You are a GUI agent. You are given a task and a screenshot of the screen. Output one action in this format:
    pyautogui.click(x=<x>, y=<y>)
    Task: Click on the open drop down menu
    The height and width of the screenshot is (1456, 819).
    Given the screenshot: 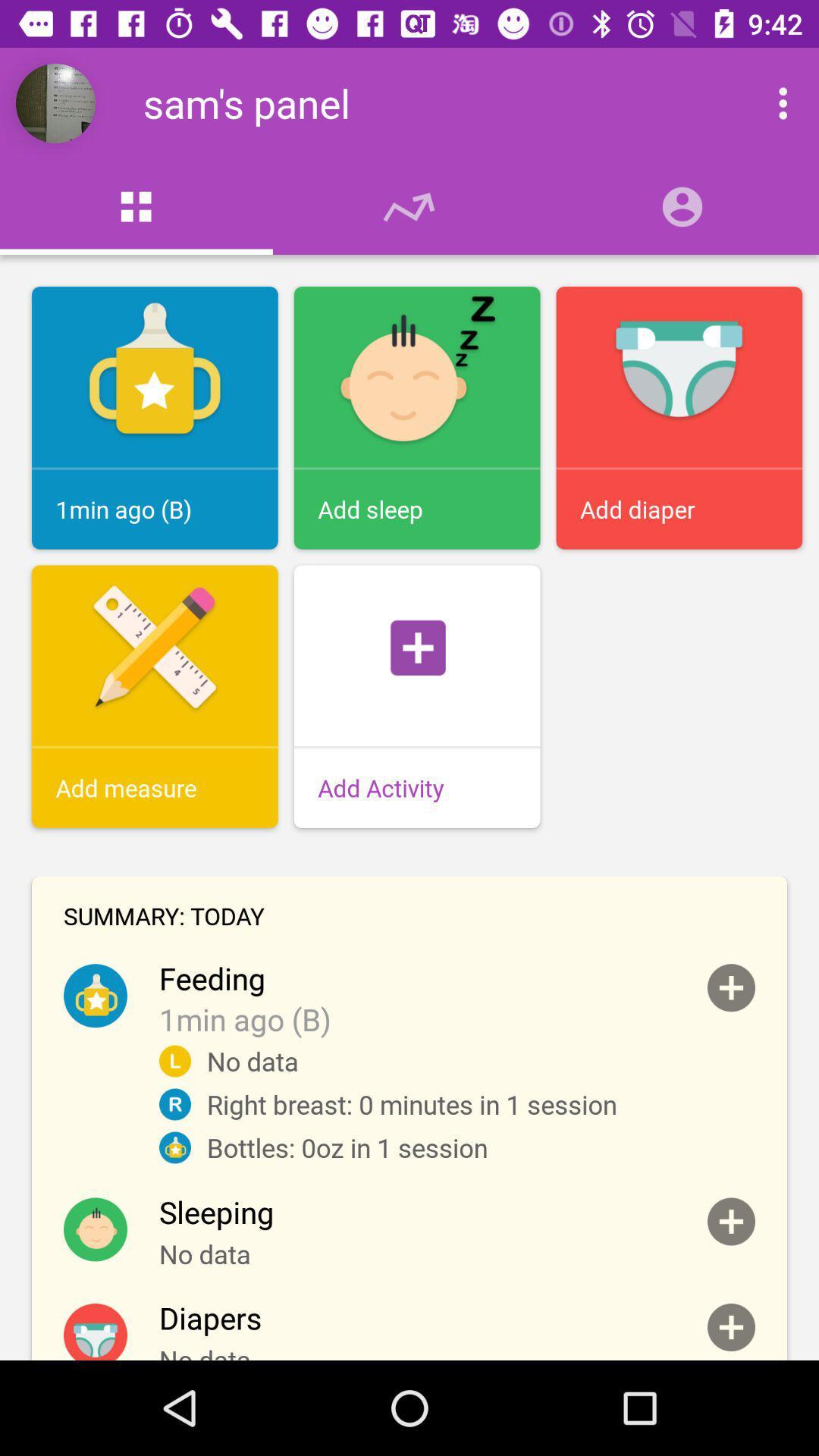 What is the action you would take?
    pyautogui.click(x=767, y=102)
    